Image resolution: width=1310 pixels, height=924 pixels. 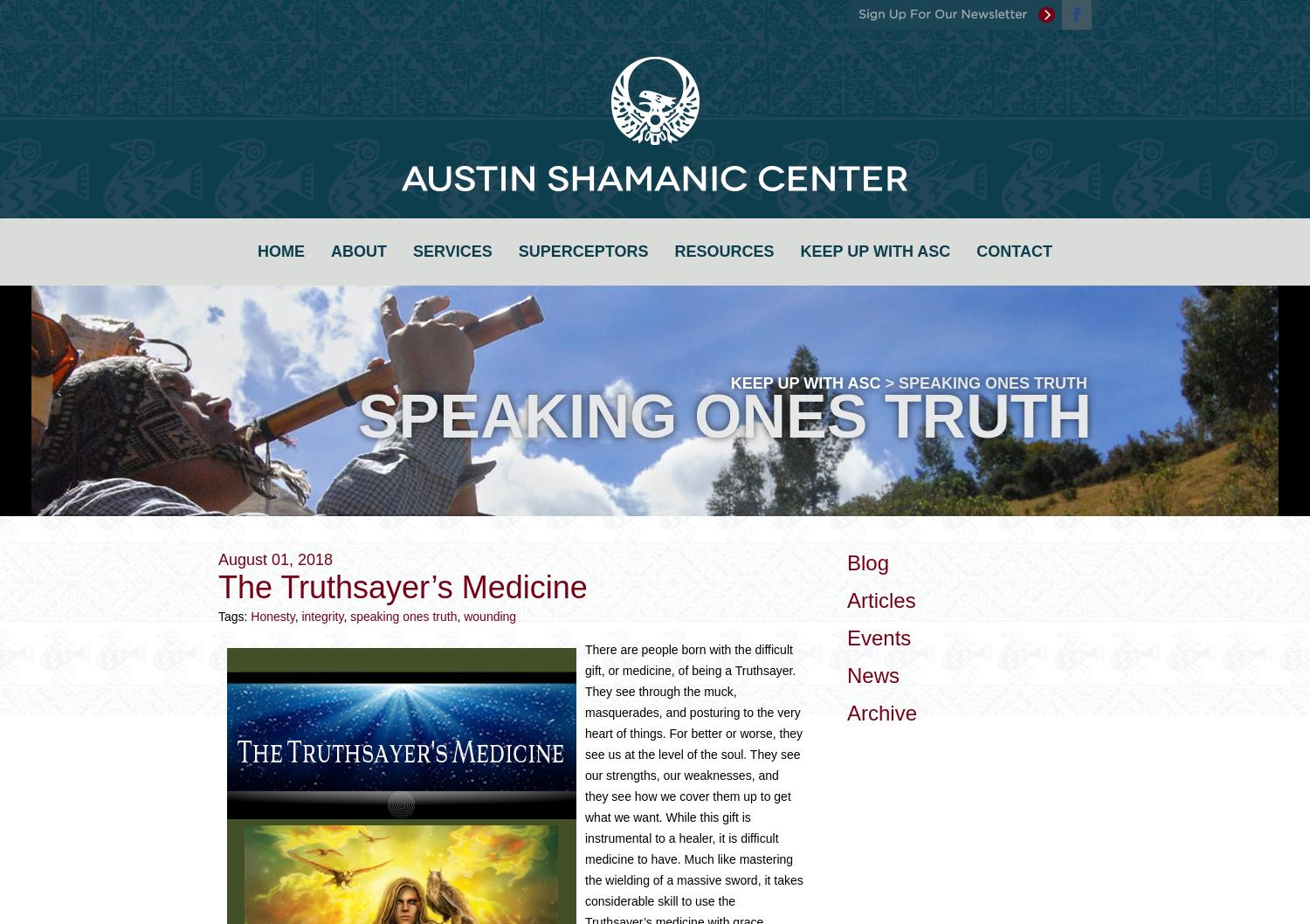 I want to click on '*Phone:', so click(x=542, y=293).